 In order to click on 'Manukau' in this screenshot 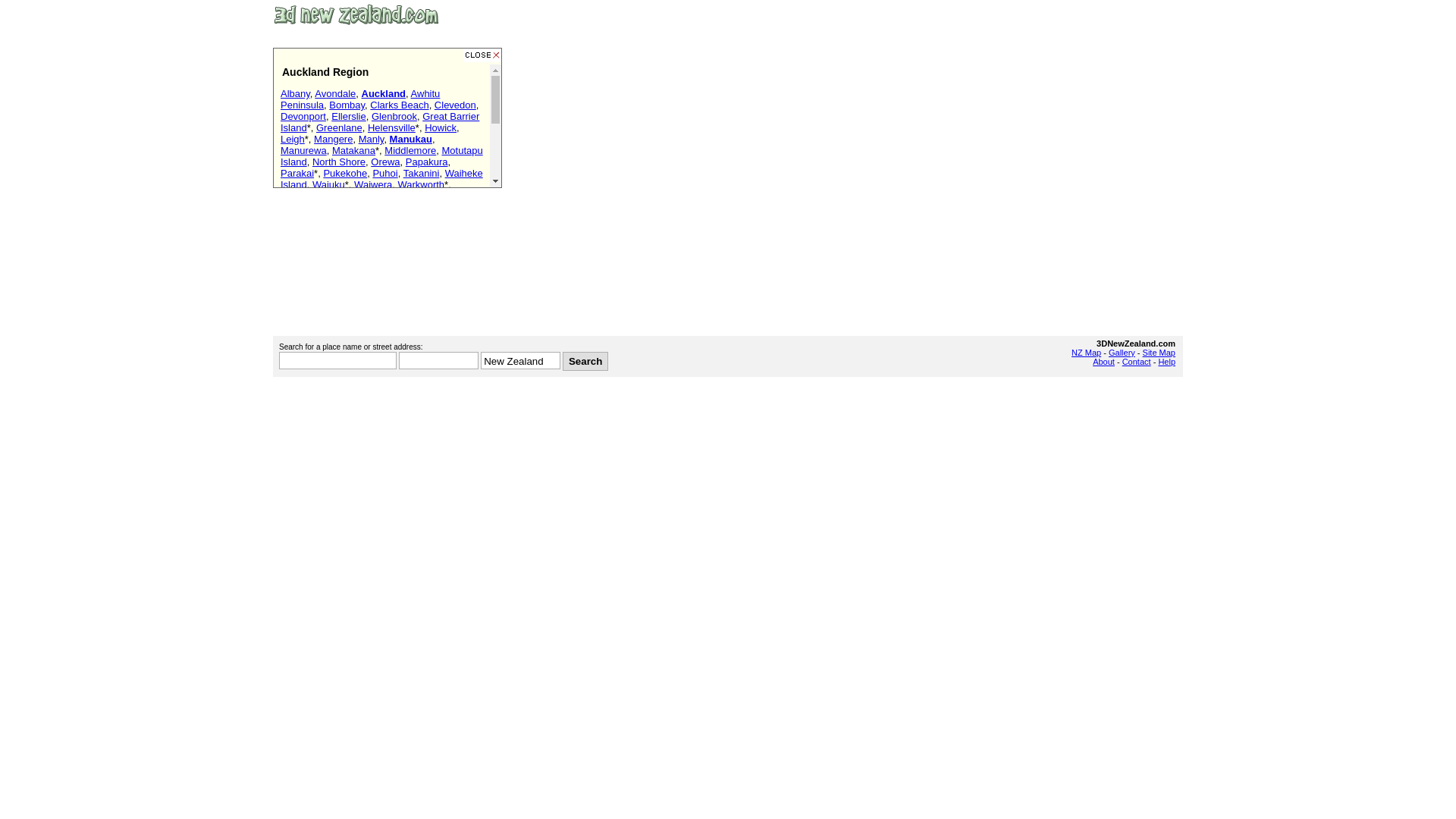, I will do `click(411, 139)`.